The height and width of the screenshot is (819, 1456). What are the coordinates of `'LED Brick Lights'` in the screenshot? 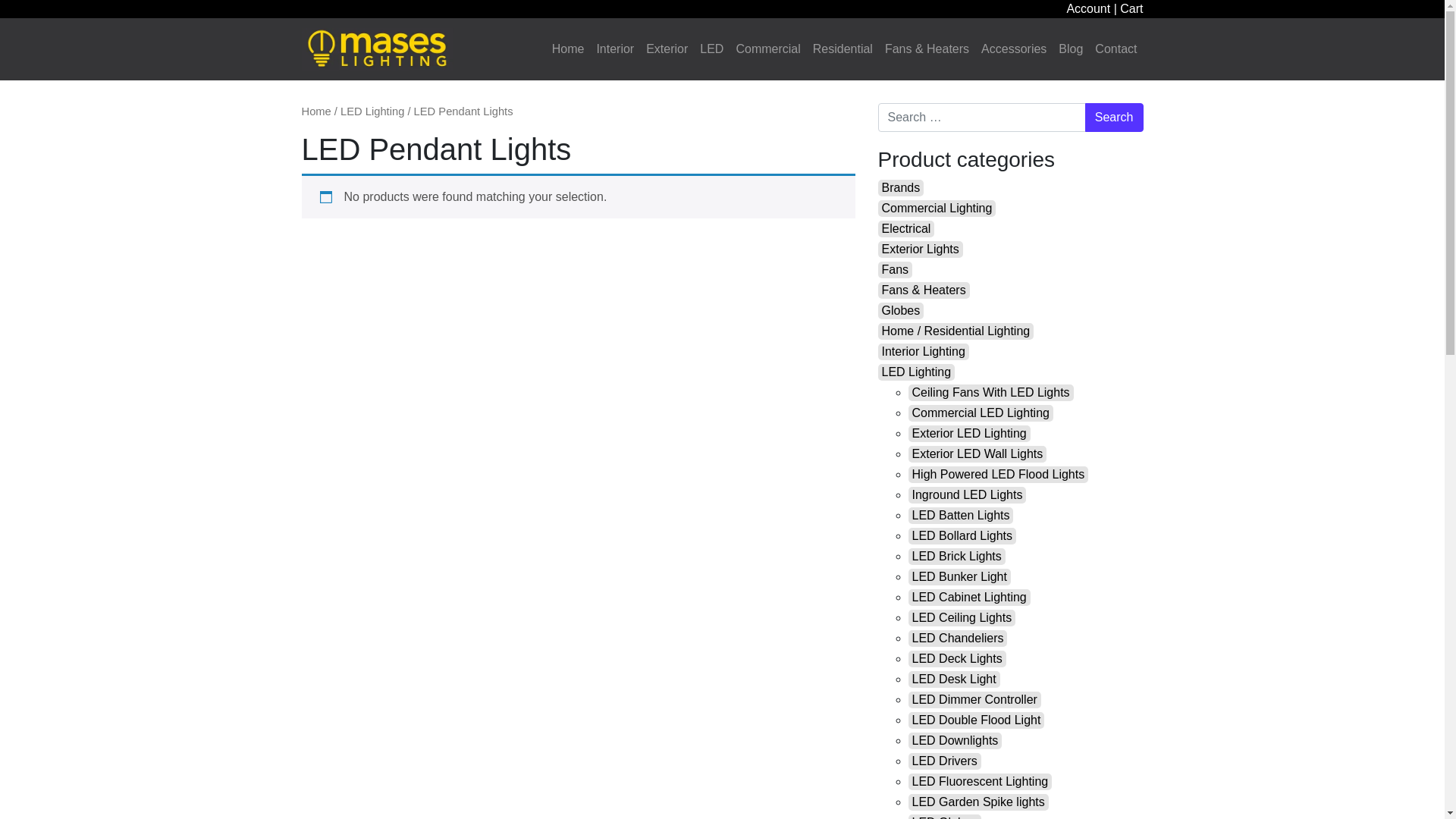 It's located at (956, 556).